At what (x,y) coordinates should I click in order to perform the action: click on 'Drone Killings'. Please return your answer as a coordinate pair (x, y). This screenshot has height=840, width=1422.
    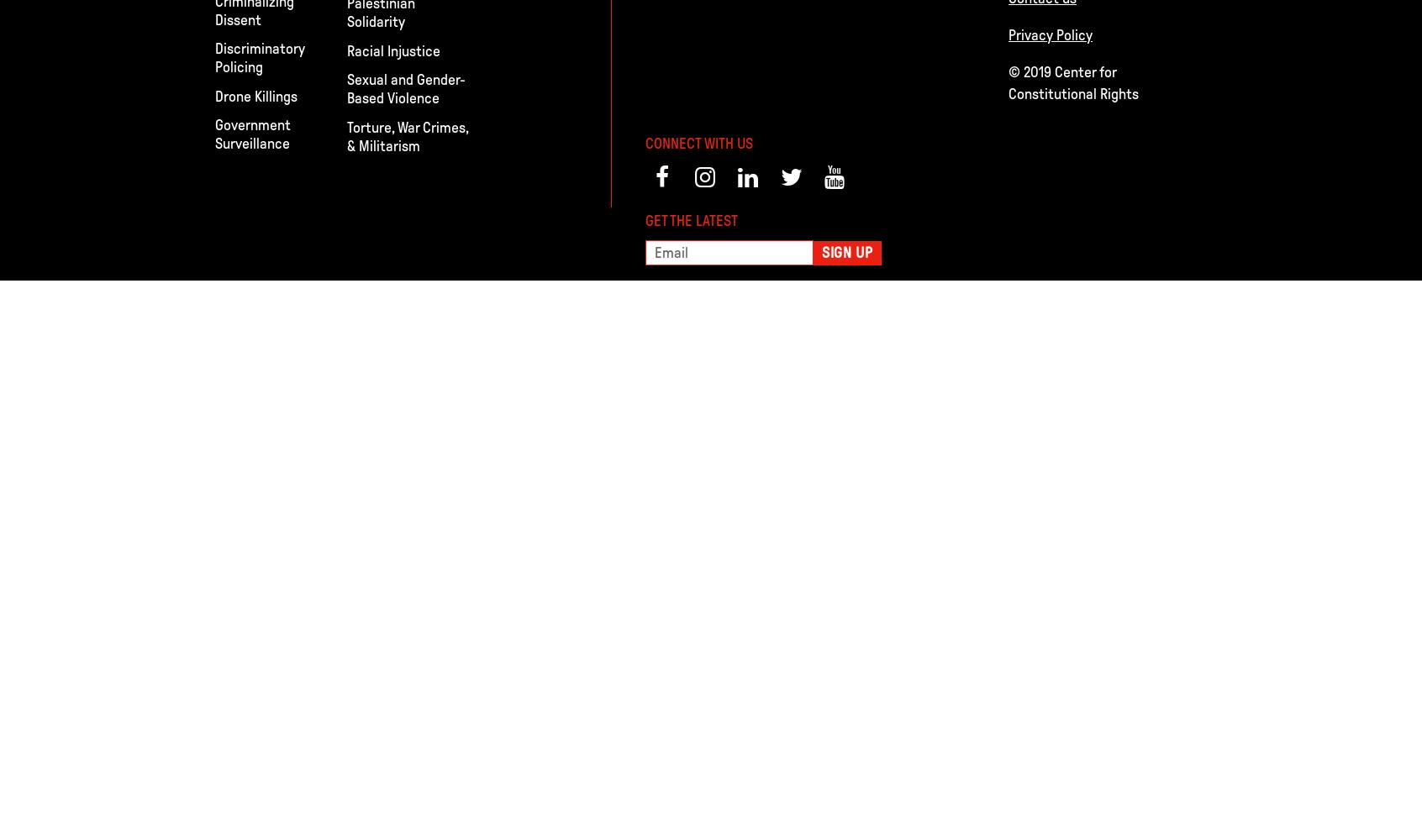
    Looking at the image, I should click on (255, 95).